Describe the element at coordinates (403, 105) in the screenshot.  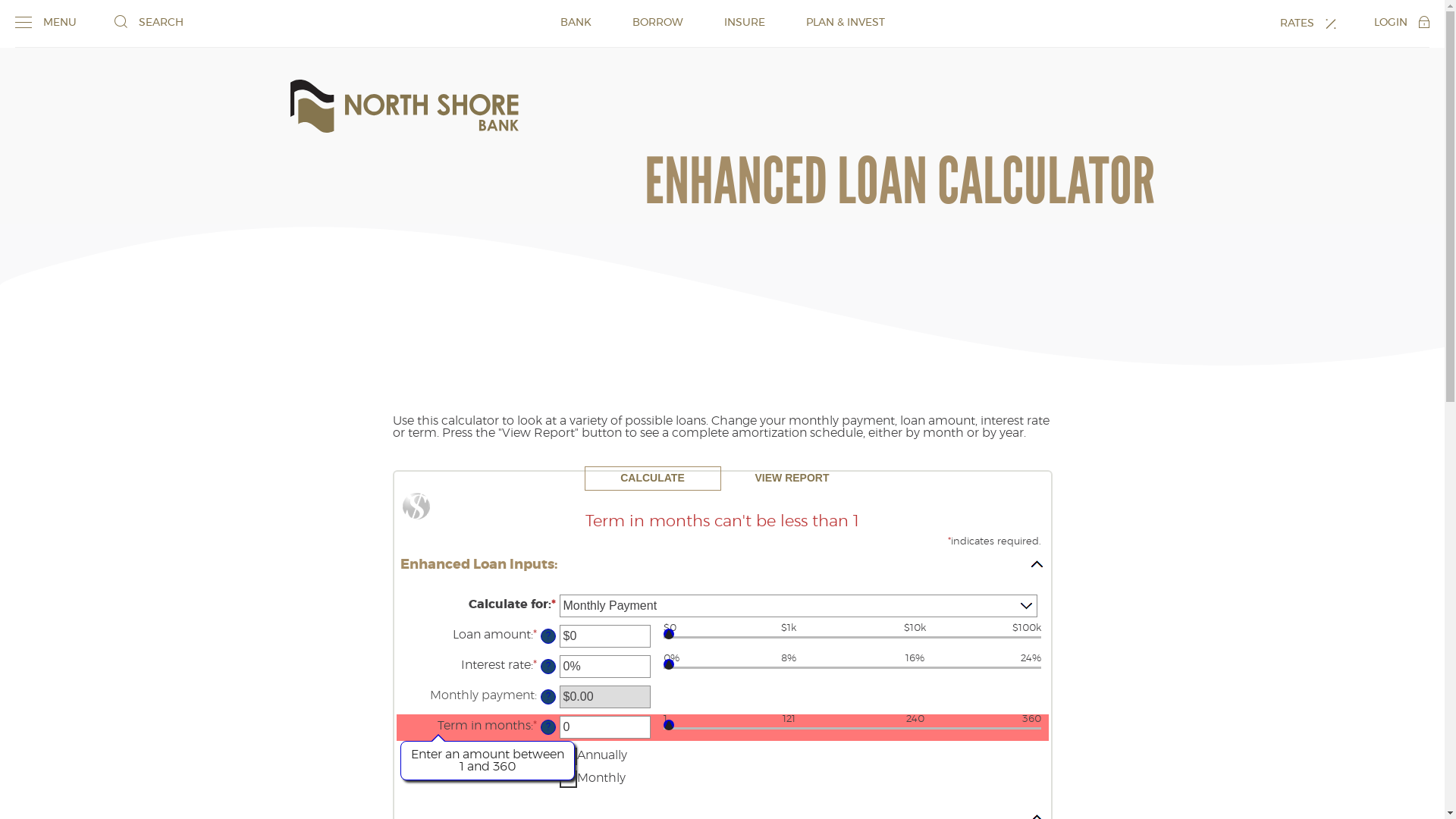
I see `'North Shore Bank of Commerce, Duluth, MN'` at that location.